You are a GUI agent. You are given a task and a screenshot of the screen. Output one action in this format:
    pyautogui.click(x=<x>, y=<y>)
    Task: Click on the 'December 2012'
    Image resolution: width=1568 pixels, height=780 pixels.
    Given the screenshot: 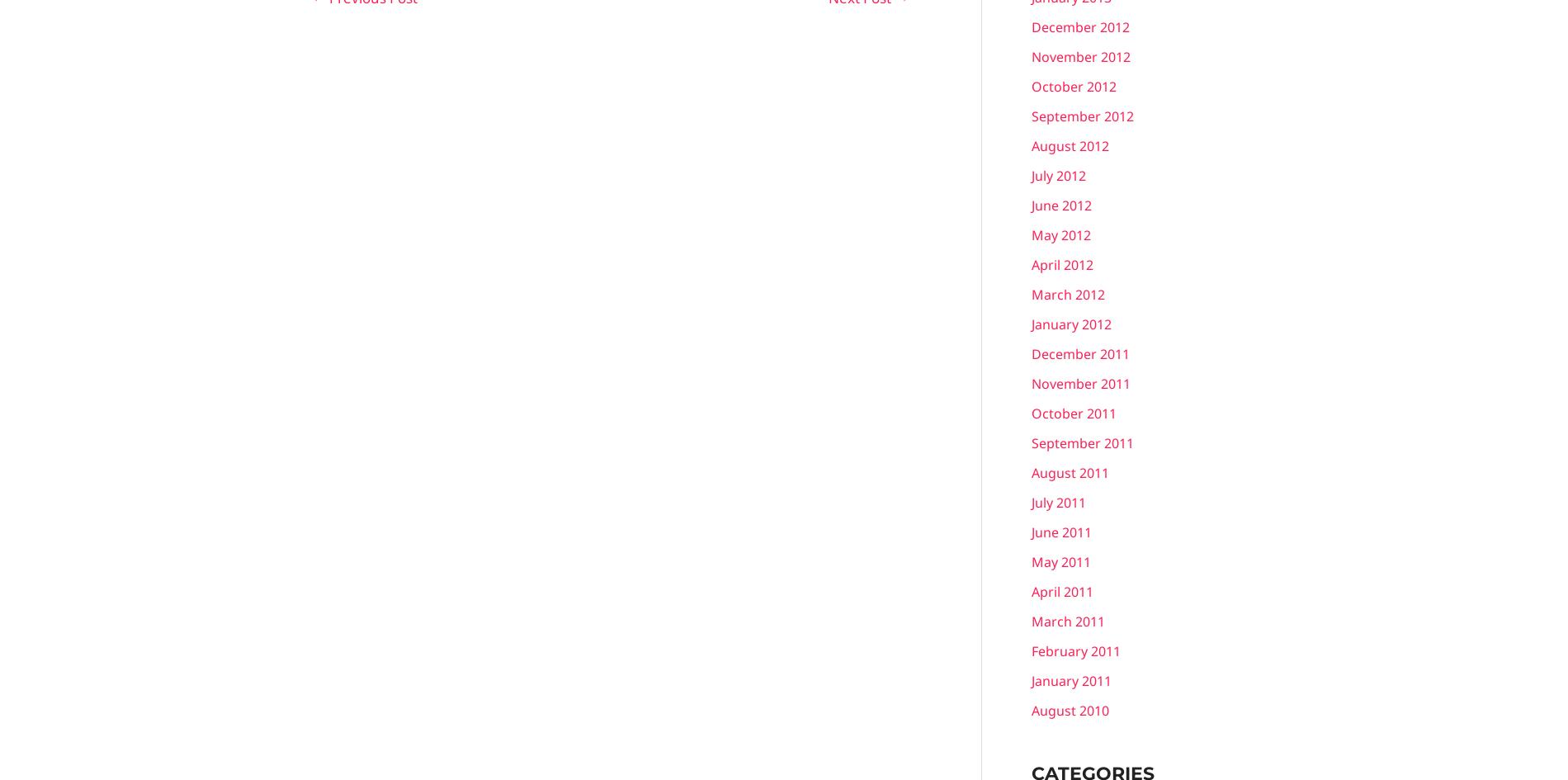 What is the action you would take?
    pyautogui.click(x=1079, y=26)
    